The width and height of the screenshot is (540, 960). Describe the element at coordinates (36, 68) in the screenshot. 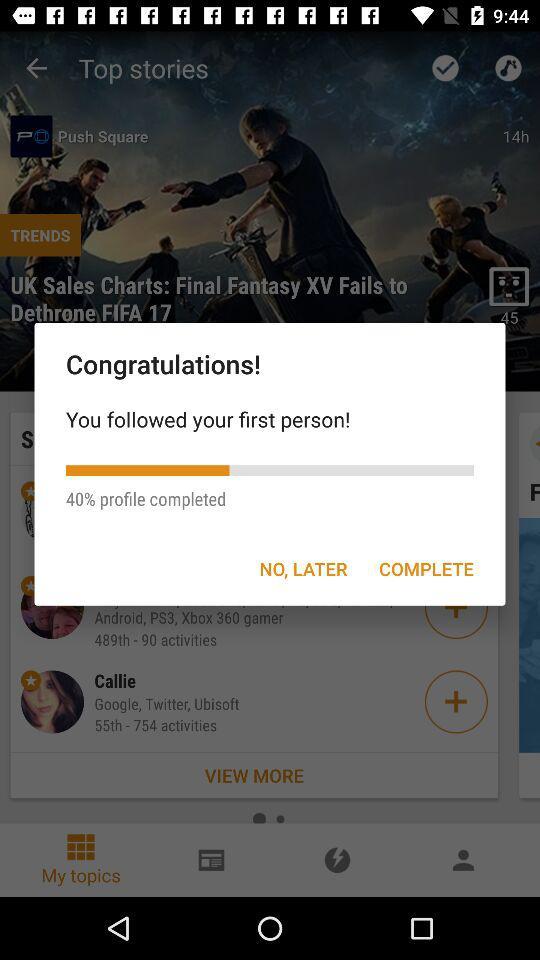

I see `the arrow_backward icon` at that location.